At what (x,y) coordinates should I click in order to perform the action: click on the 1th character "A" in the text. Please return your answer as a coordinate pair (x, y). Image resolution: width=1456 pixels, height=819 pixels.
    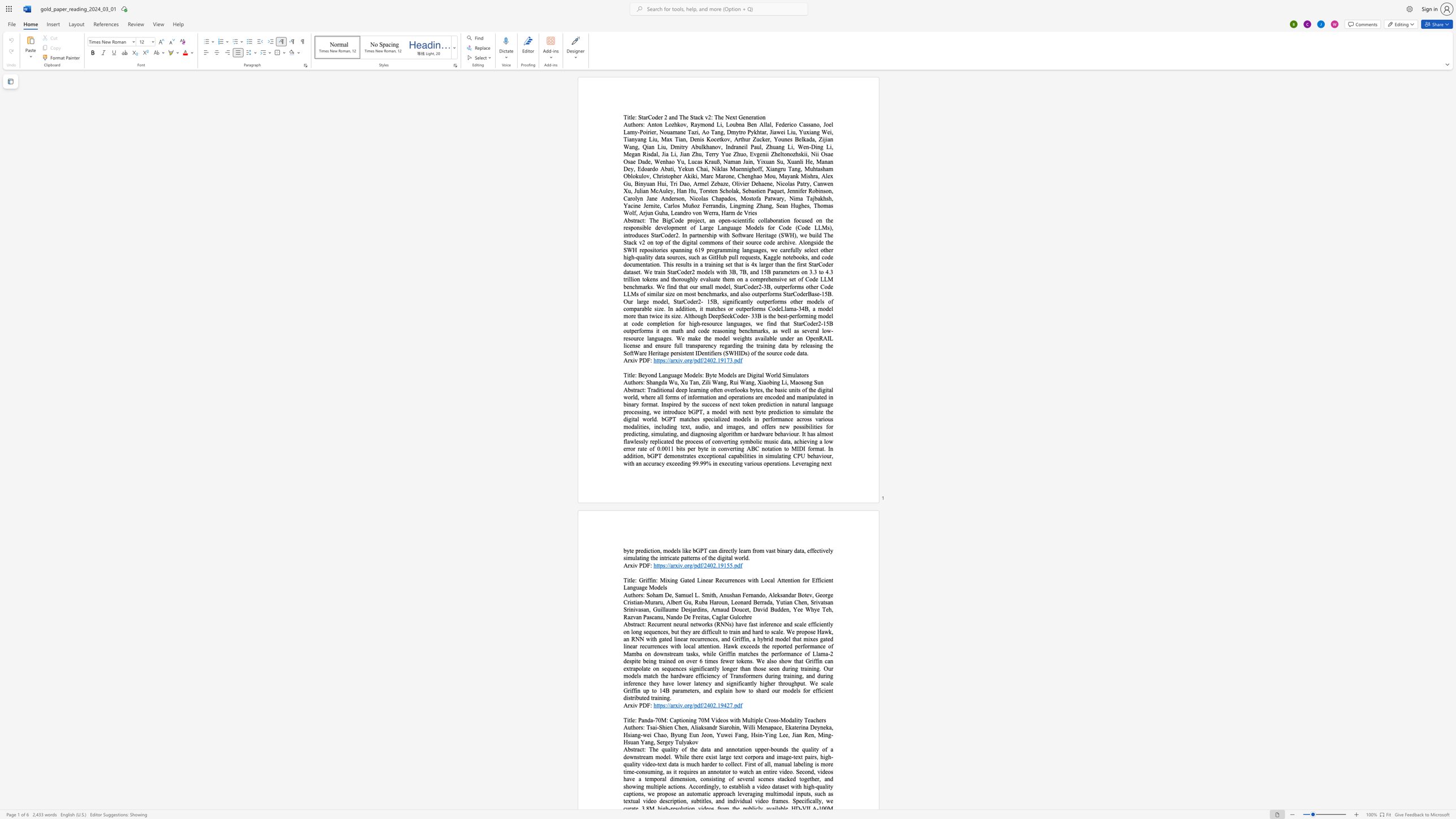
    Looking at the image, I should click on (626, 749).